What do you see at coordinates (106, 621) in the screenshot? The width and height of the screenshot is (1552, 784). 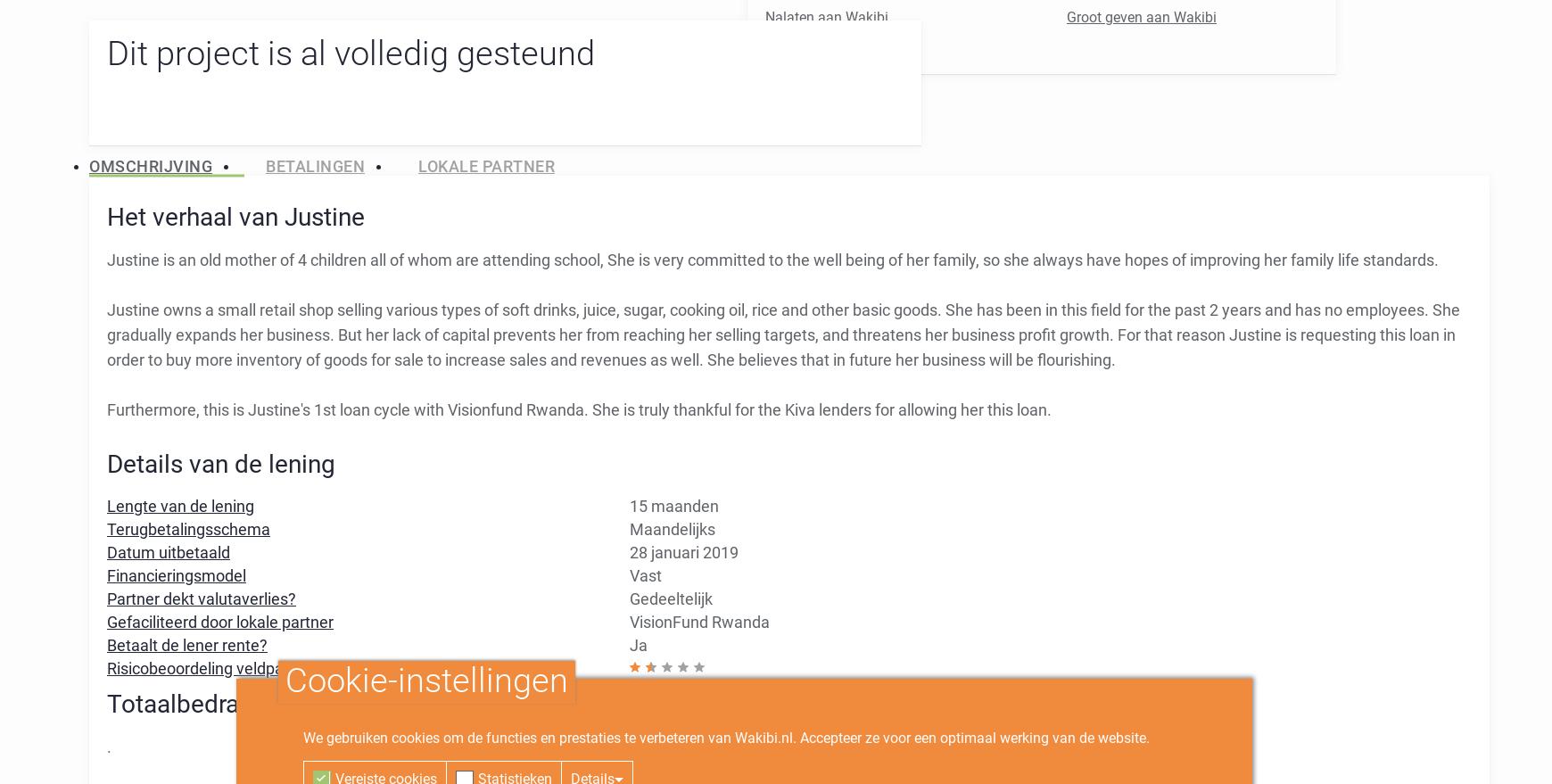 I see `'Gefaciliteerd door lokale partner'` at bounding box center [106, 621].